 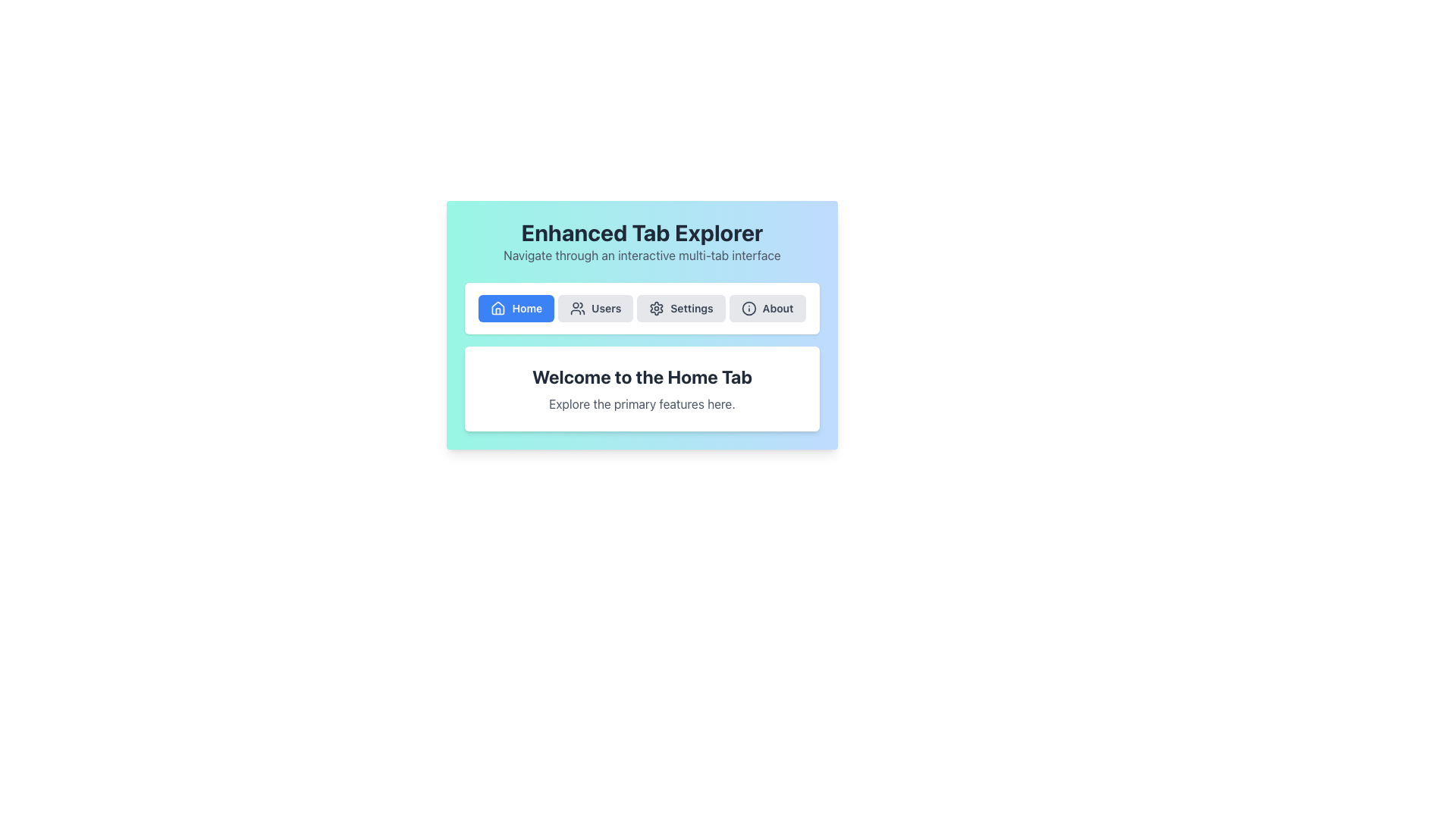 What do you see at coordinates (748, 308) in the screenshot?
I see `the circular element with a noticeable border in the 'About' tab, which is part of an SVG graphic icon positioned on the rightmost side of the tab navigation bar` at bounding box center [748, 308].